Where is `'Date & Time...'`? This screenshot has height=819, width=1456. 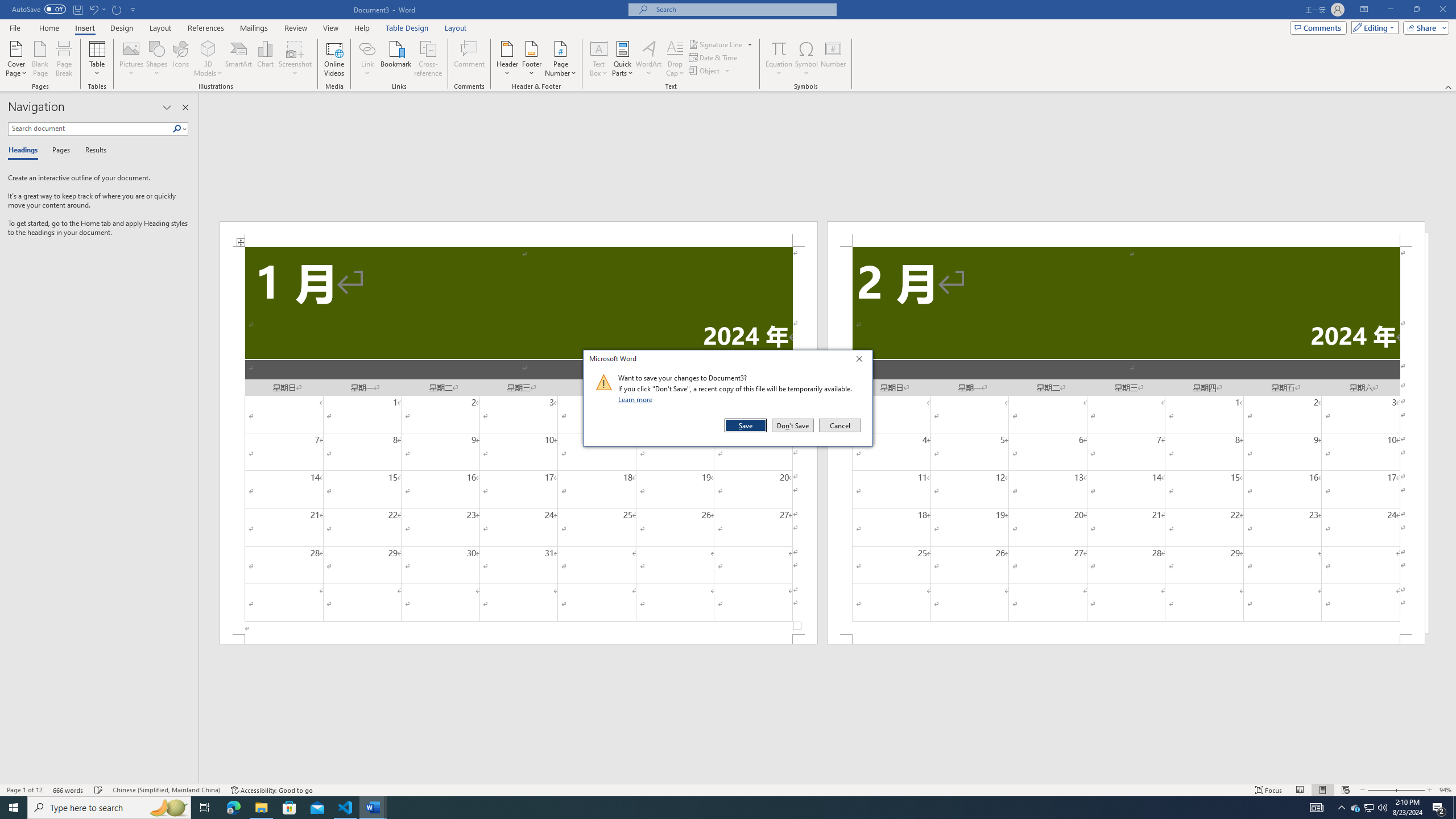 'Date & Time...' is located at coordinates (714, 56).